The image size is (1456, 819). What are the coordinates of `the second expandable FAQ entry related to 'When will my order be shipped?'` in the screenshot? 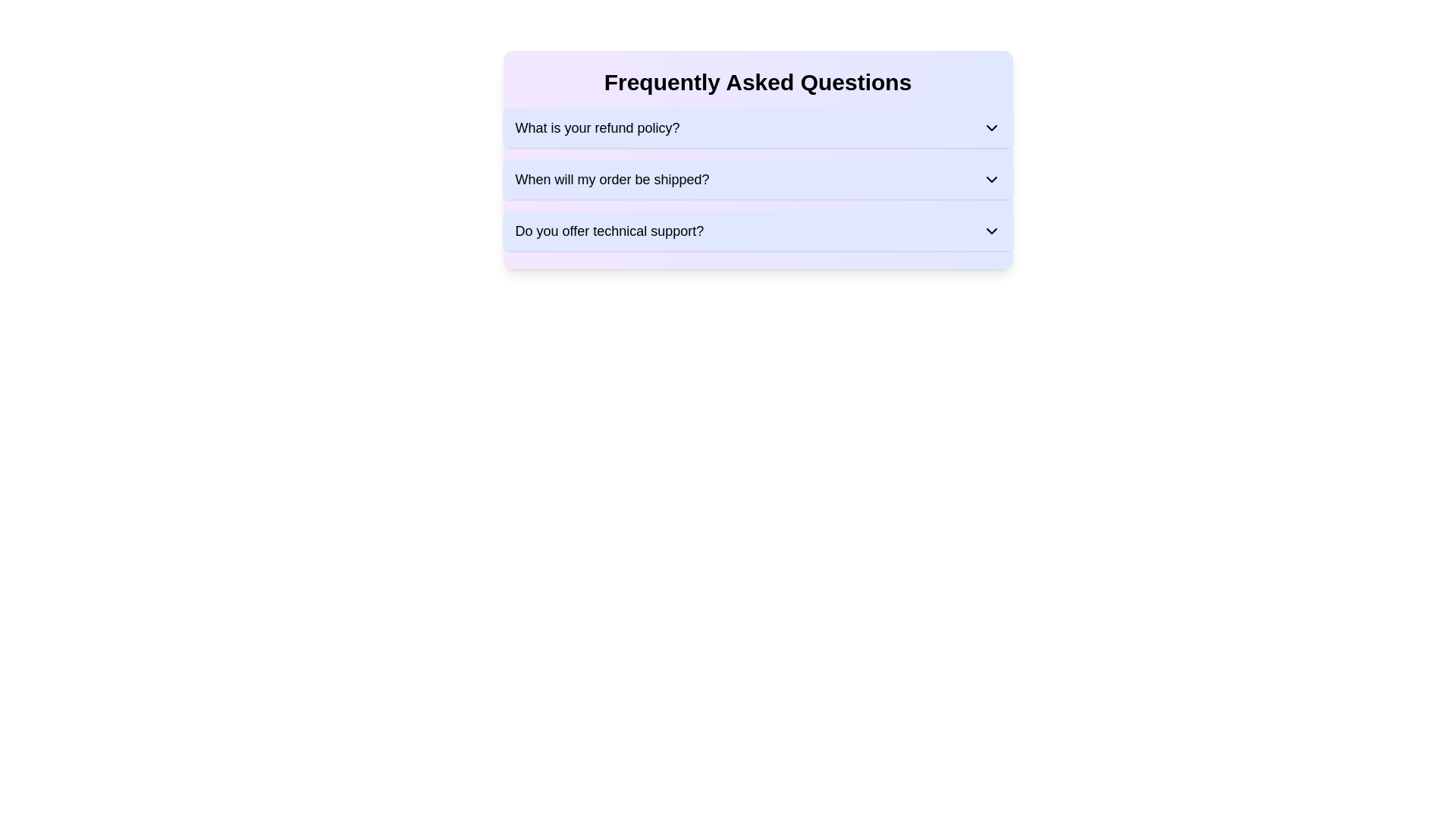 It's located at (758, 178).